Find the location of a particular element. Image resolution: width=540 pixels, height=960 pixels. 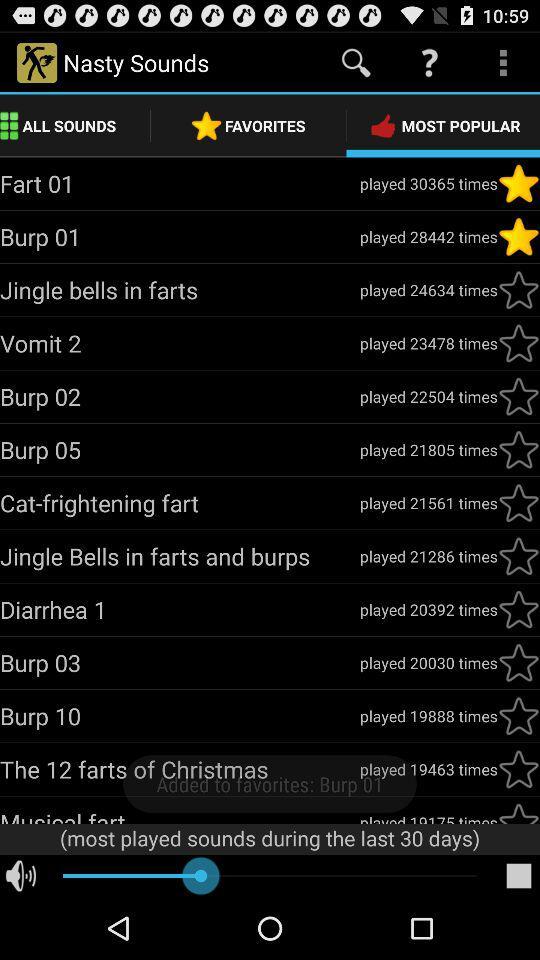

item next to played 20392 times is located at coordinates (179, 608).